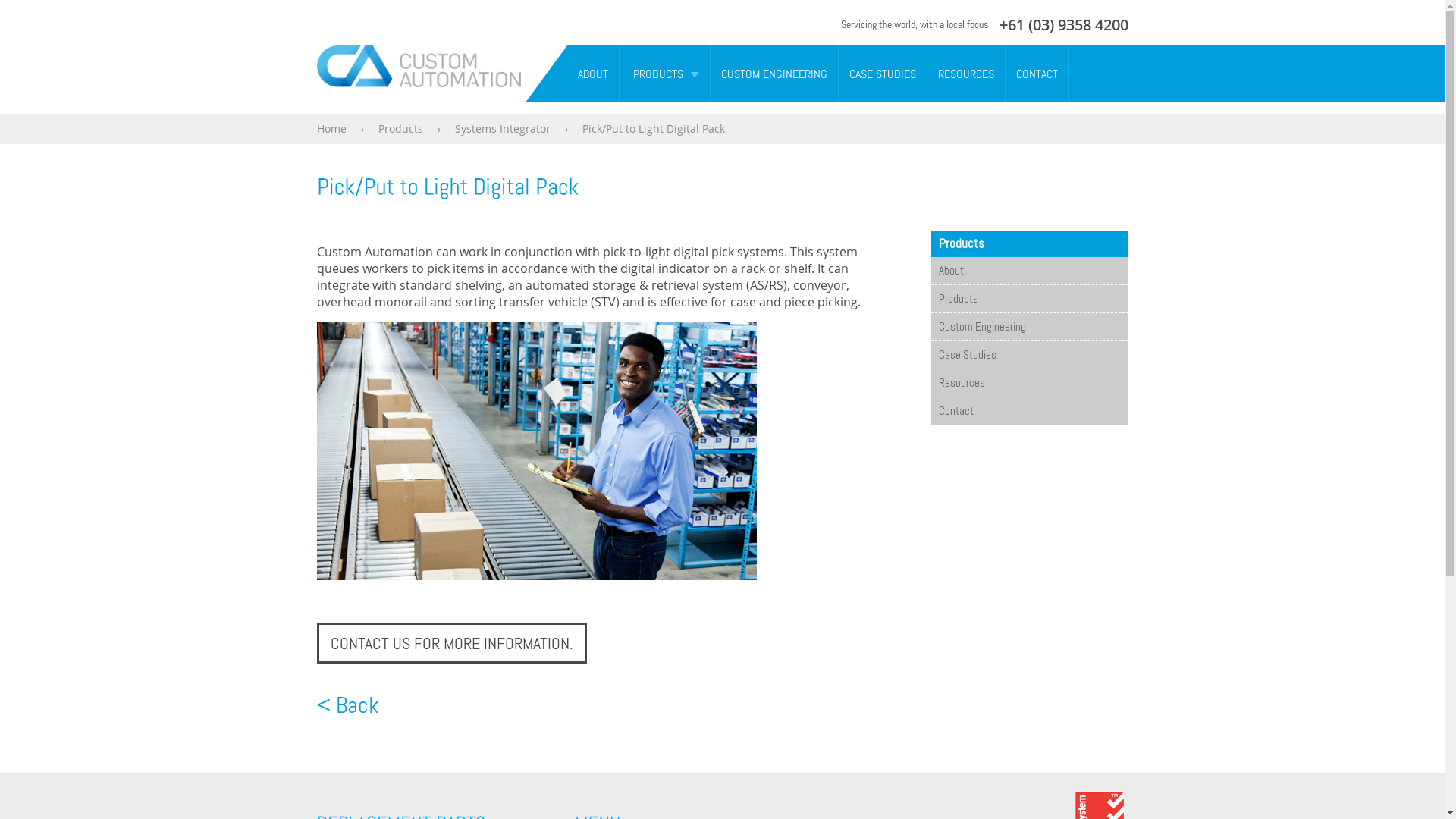 This screenshot has width=1456, height=819. What do you see at coordinates (1029, 298) in the screenshot?
I see `'Products'` at bounding box center [1029, 298].